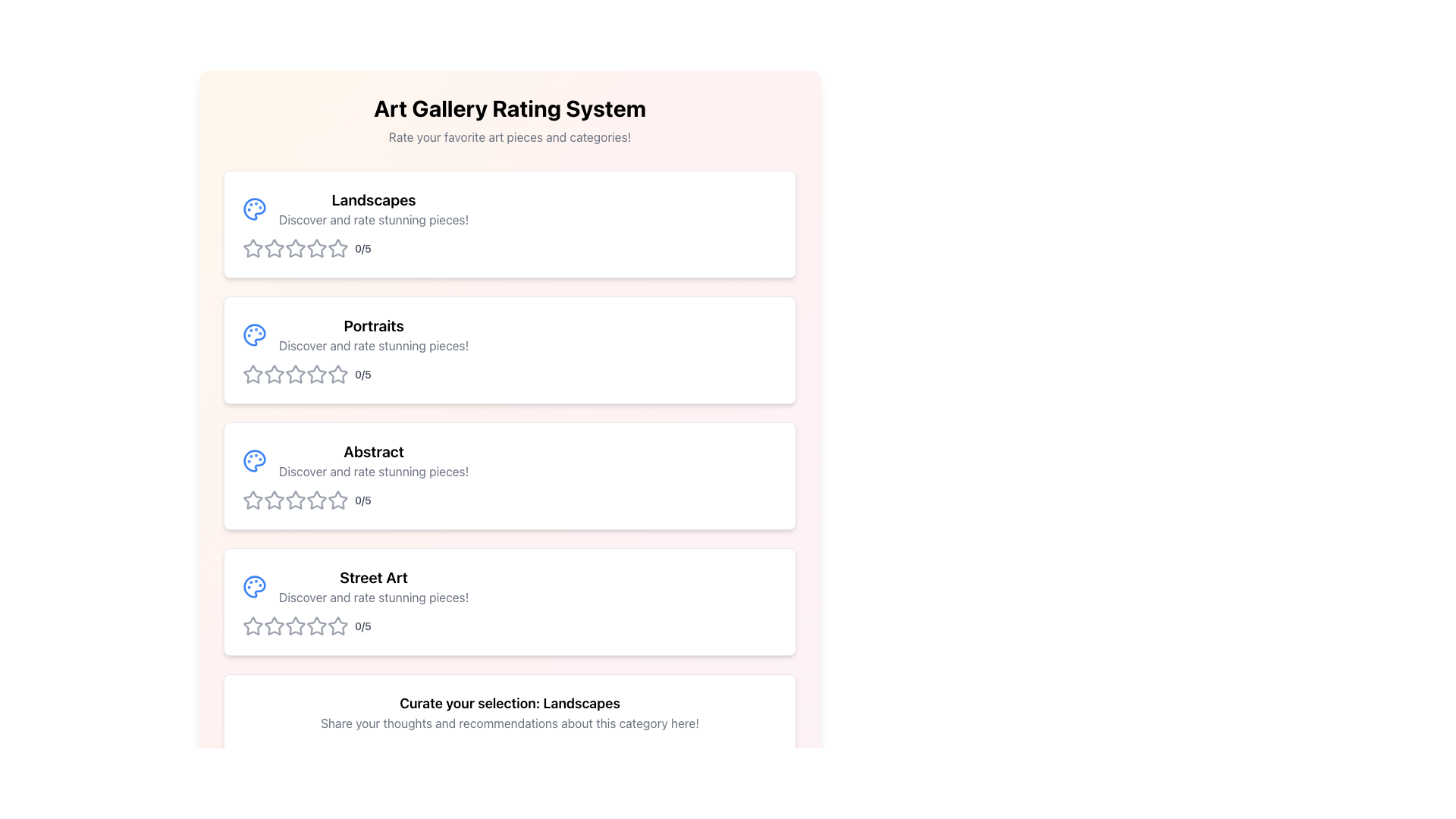 This screenshot has height=819, width=1456. Describe the element at coordinates (315, 374) in the screenshot. I see `the fifth star-shaped icon in light gray color in the 'Portraits' section of the gallery rating system page` at that location.